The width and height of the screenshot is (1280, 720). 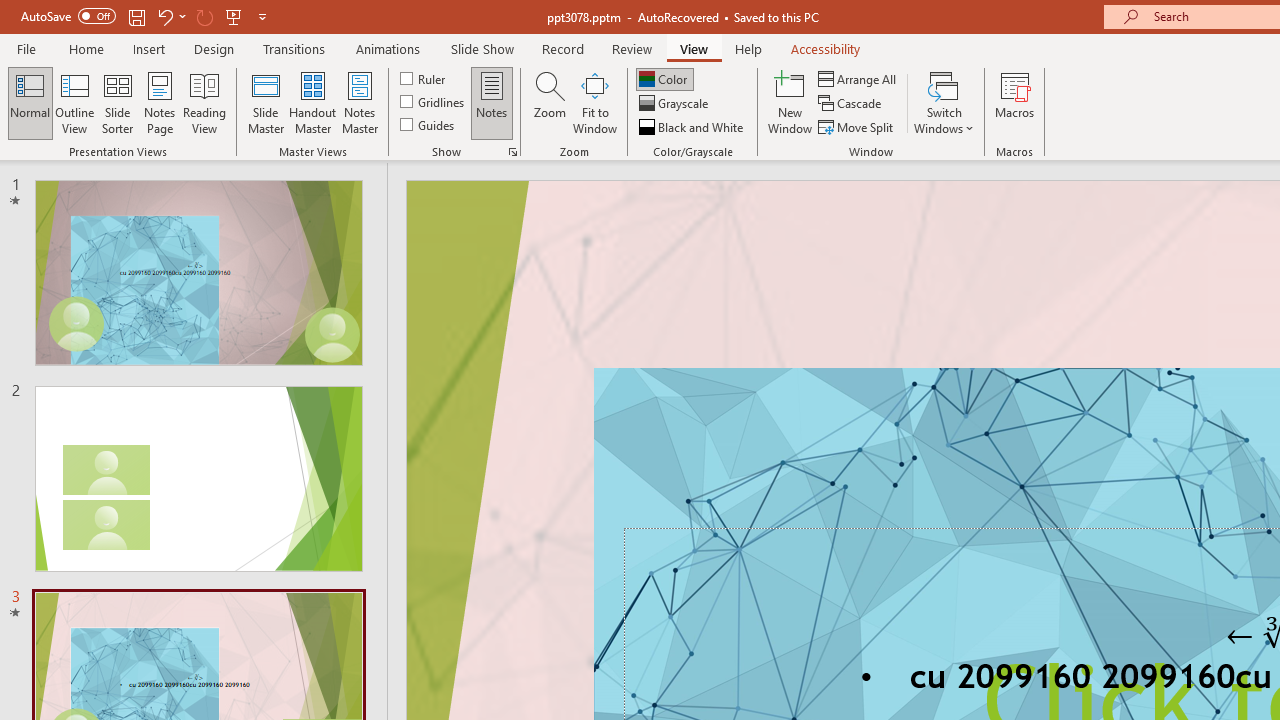 I want to click on 'Design', so click(x=214, y=48).